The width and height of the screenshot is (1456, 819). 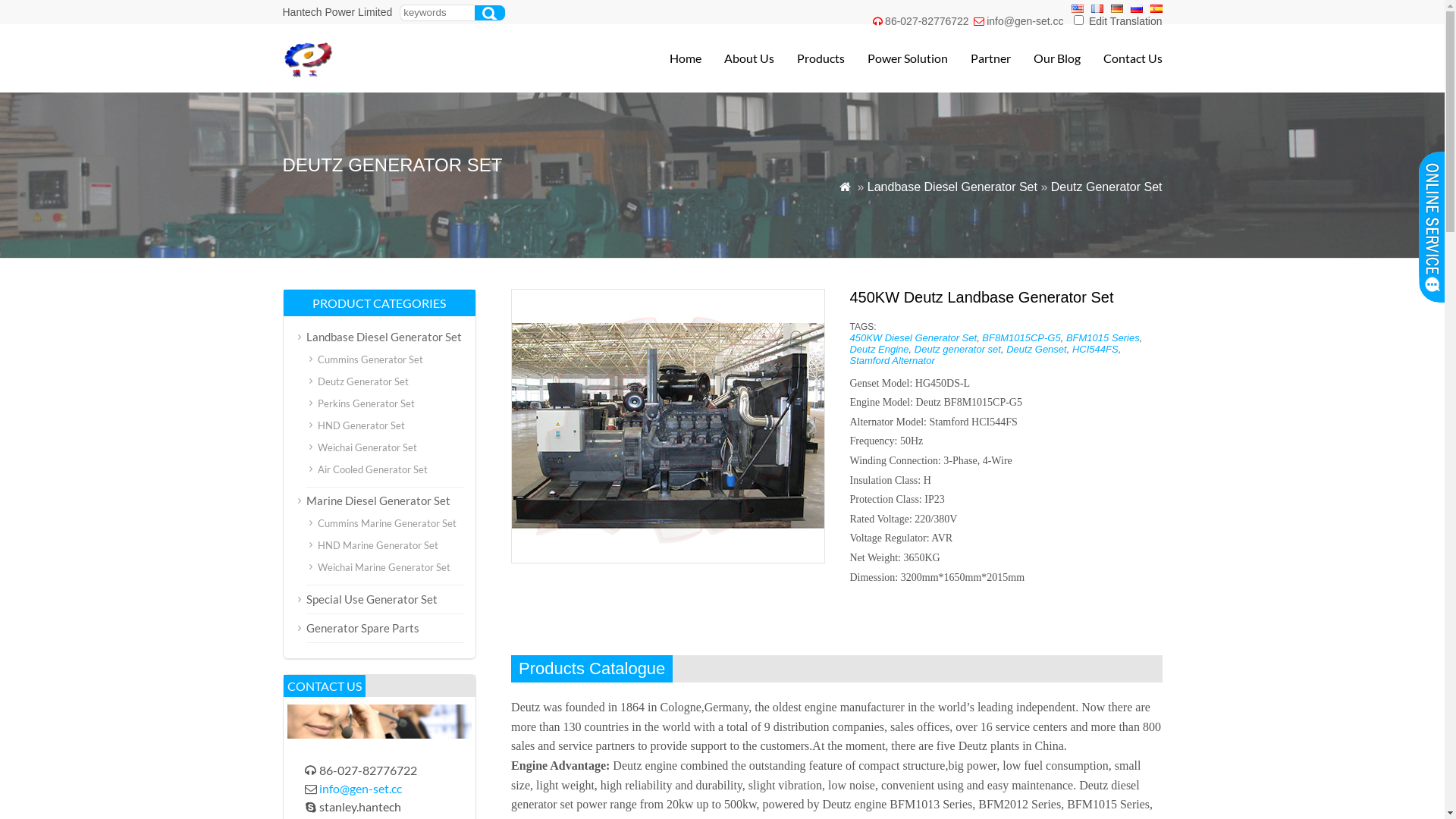 I want to click on 'Power Solution', so click(x=896, y=58).